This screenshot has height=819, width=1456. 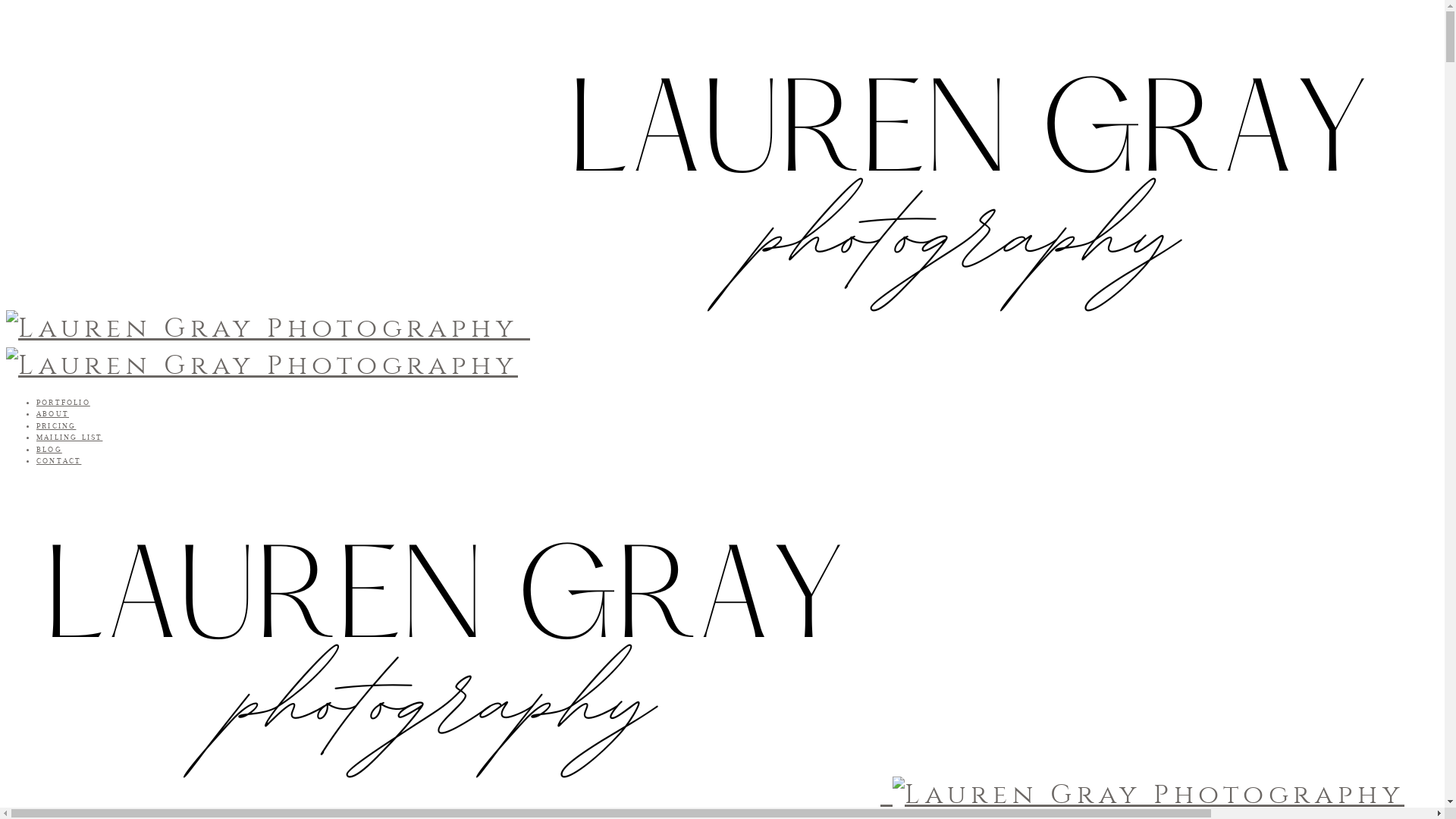 I want to click on 'MAILING LIST', so click(x=68, y=437).